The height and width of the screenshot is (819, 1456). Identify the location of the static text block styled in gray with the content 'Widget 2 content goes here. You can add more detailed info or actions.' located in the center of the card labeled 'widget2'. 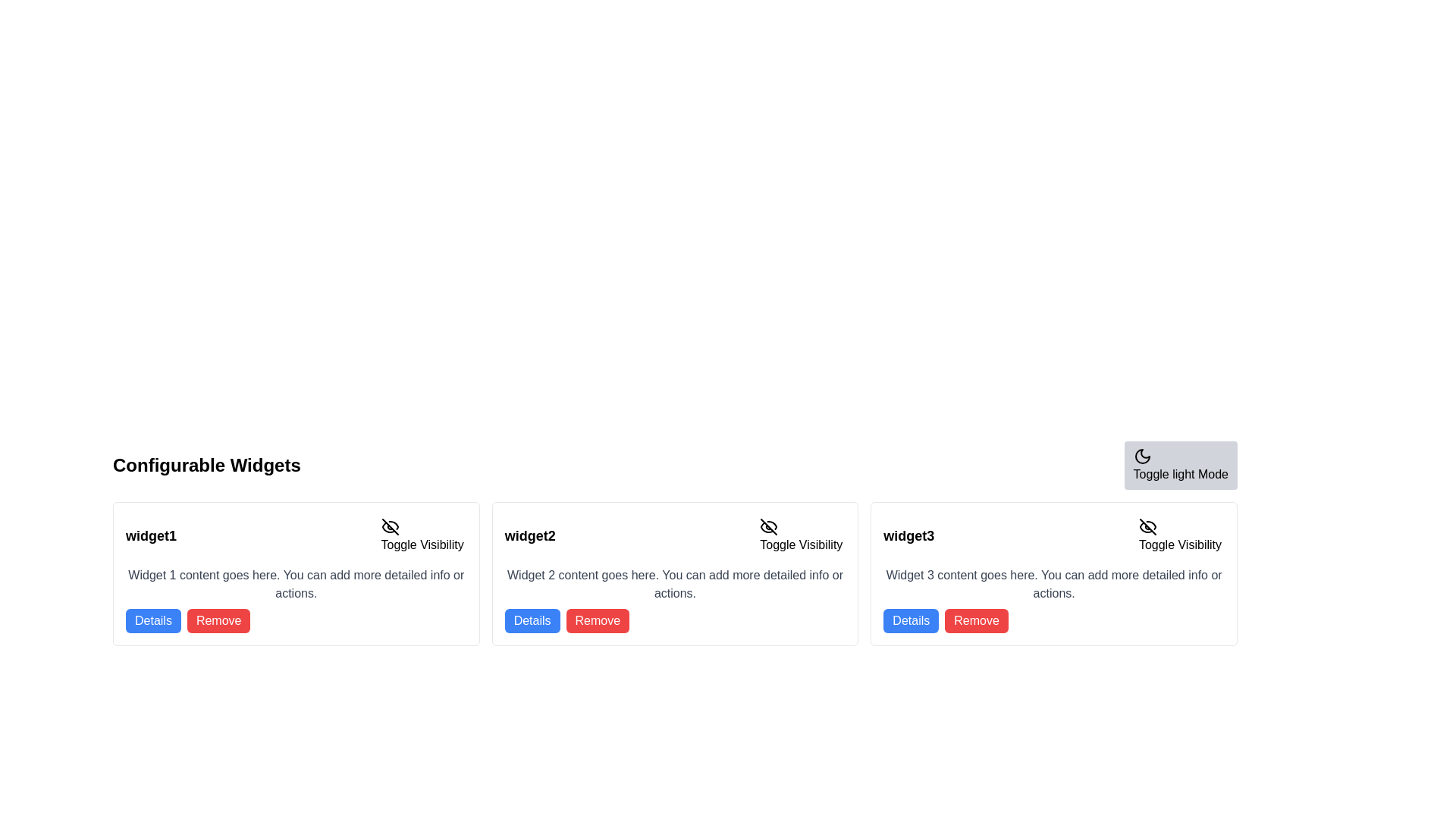
(674, 584).